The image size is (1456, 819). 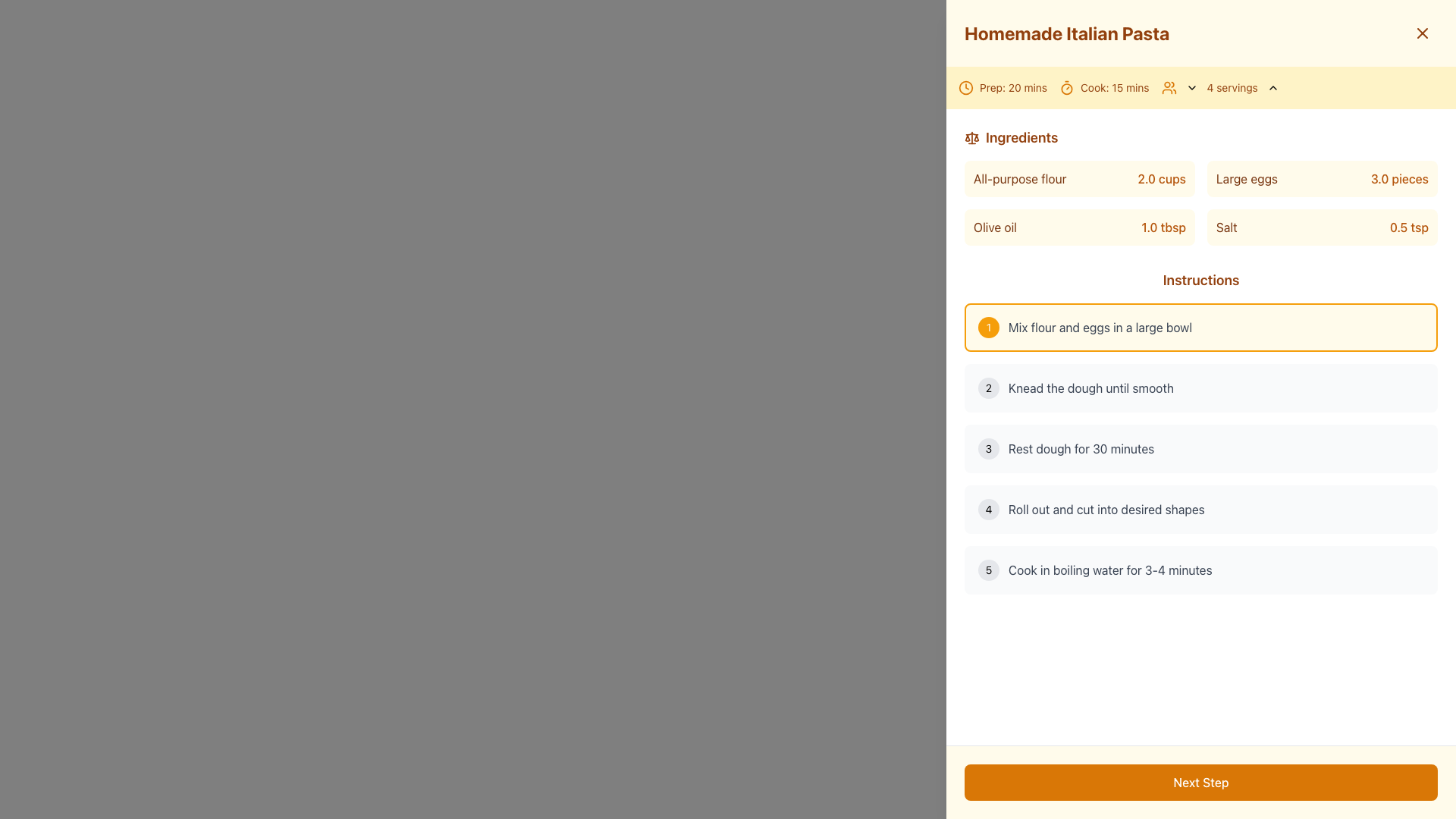 I want to click on the Step indicator badge located to the left of the text 'Roll out and cut into desired shapes.' in the fourth instruction of the vertically aligned list, so click(x=989, y=509).